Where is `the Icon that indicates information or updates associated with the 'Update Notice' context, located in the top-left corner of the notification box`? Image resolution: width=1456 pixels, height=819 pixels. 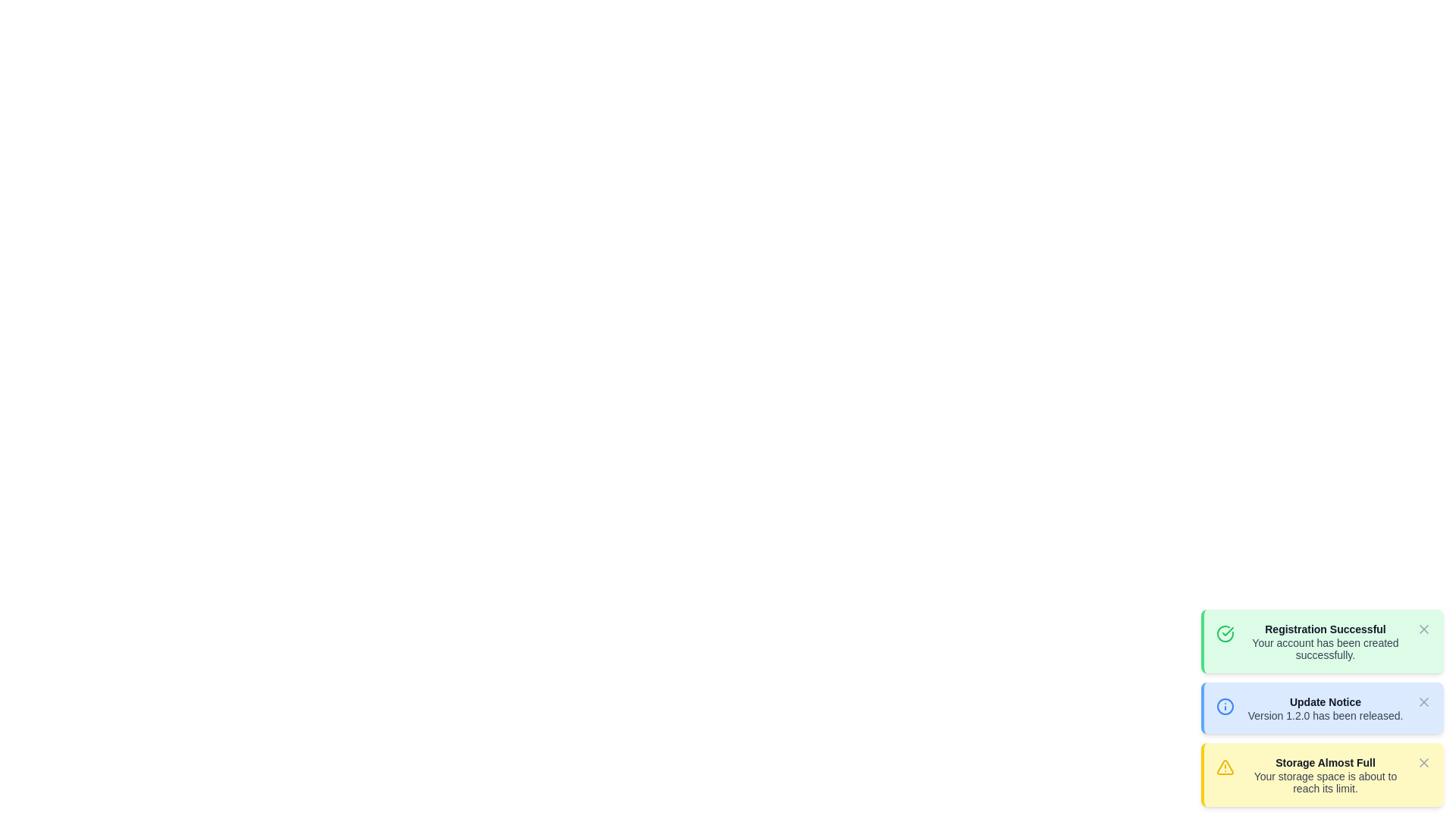
the Icon that indicates information or updates associated with the 'Update Notice' context, located in the top-left corner of the notification box is located at coordinates (1225, 704).